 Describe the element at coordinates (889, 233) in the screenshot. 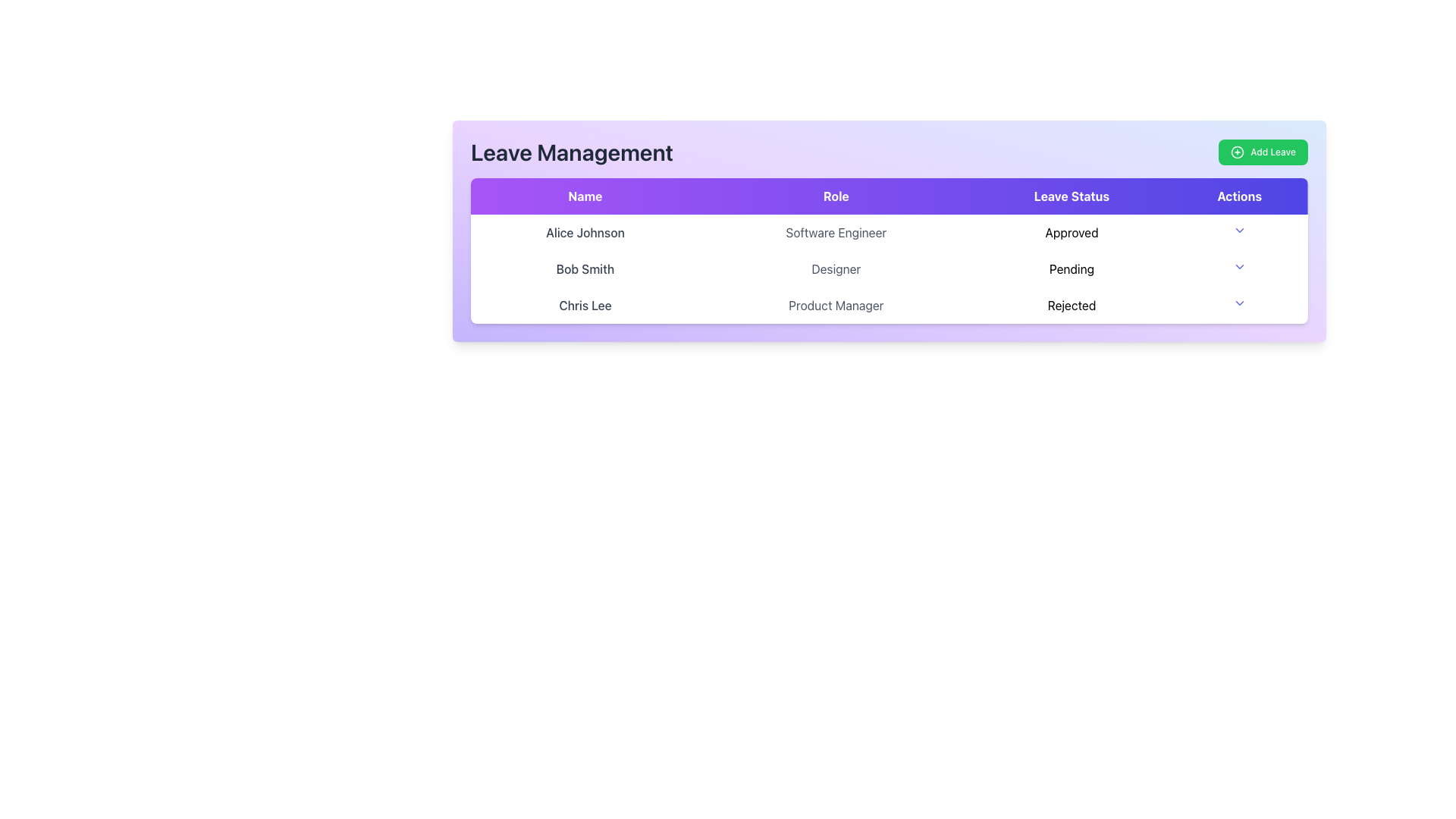

I see `the tabular row displaying information about 'Alice Johnson', a Software Engineer with an Approved status, located in the Leave Management section` at that location.